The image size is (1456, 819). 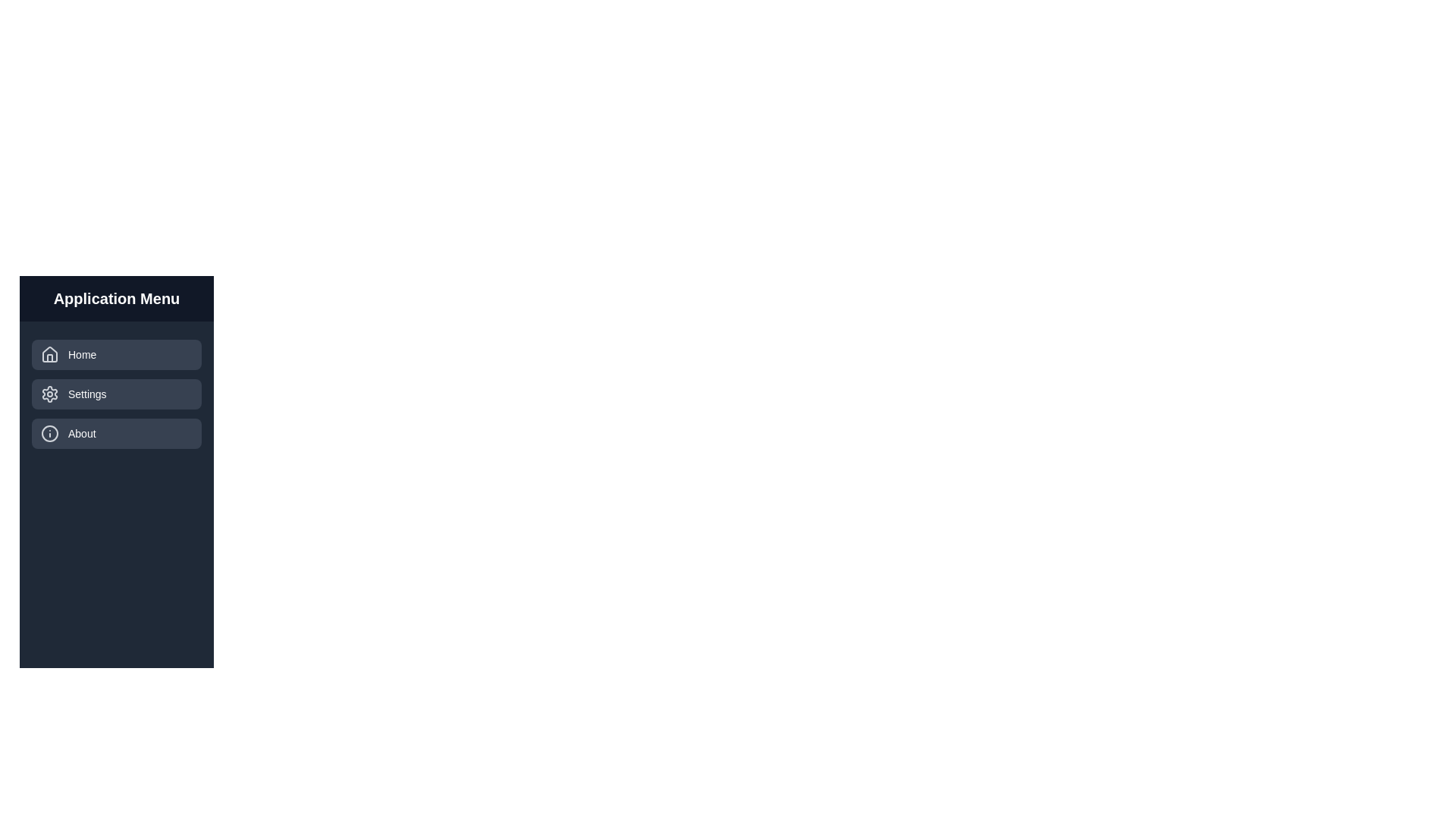 What do you see at coordinates (115, 433) in the screenshot?
I see `the menu item About to display its hover effect` at bounding box center [115, 433].